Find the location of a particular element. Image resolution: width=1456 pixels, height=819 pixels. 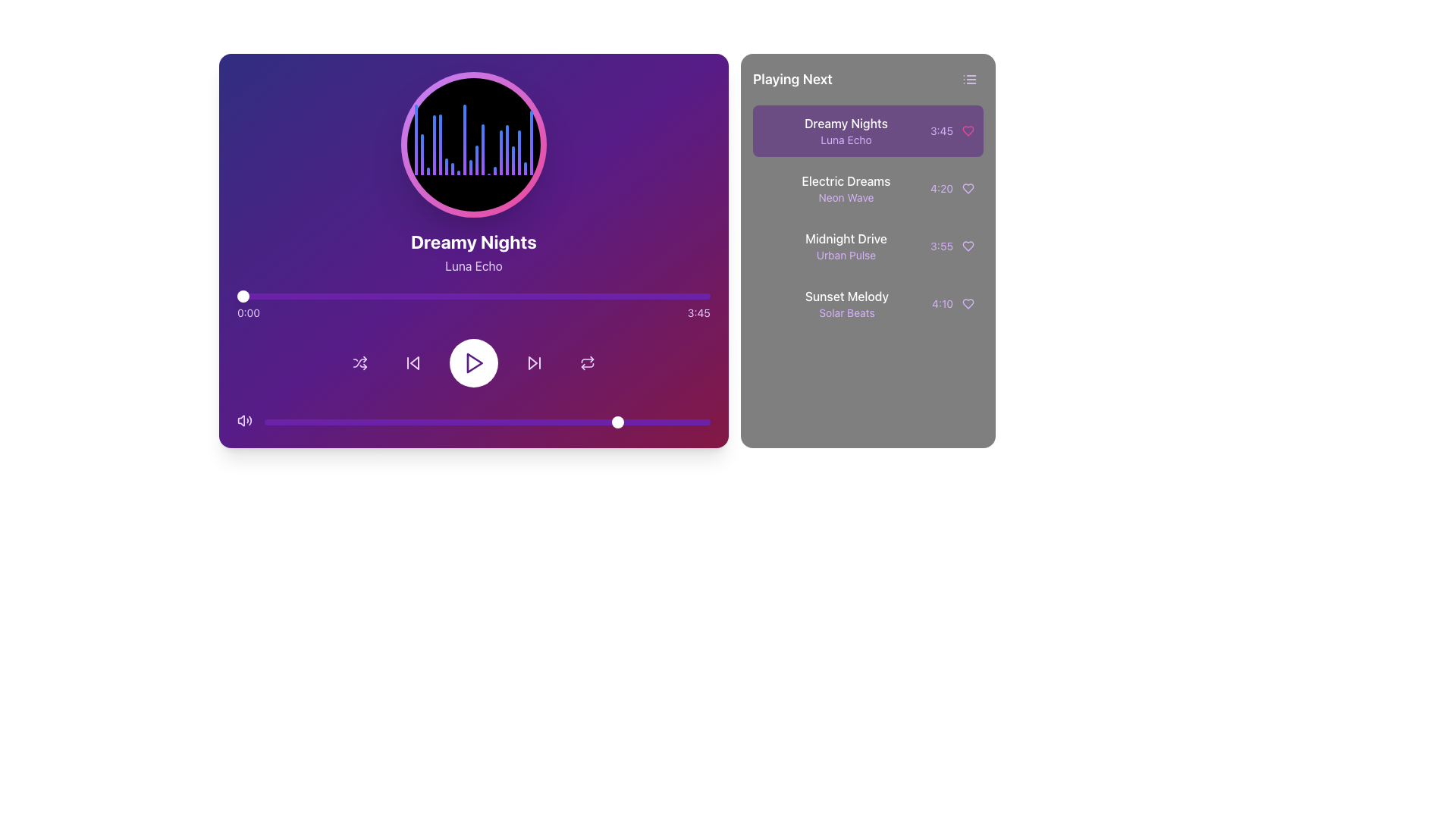

the 9th vertical bar in the bar chart, which has a gradient color transitioning from purple at the bottom to blue at the top and features a rounded top edge is located at coordinates (463, 140).